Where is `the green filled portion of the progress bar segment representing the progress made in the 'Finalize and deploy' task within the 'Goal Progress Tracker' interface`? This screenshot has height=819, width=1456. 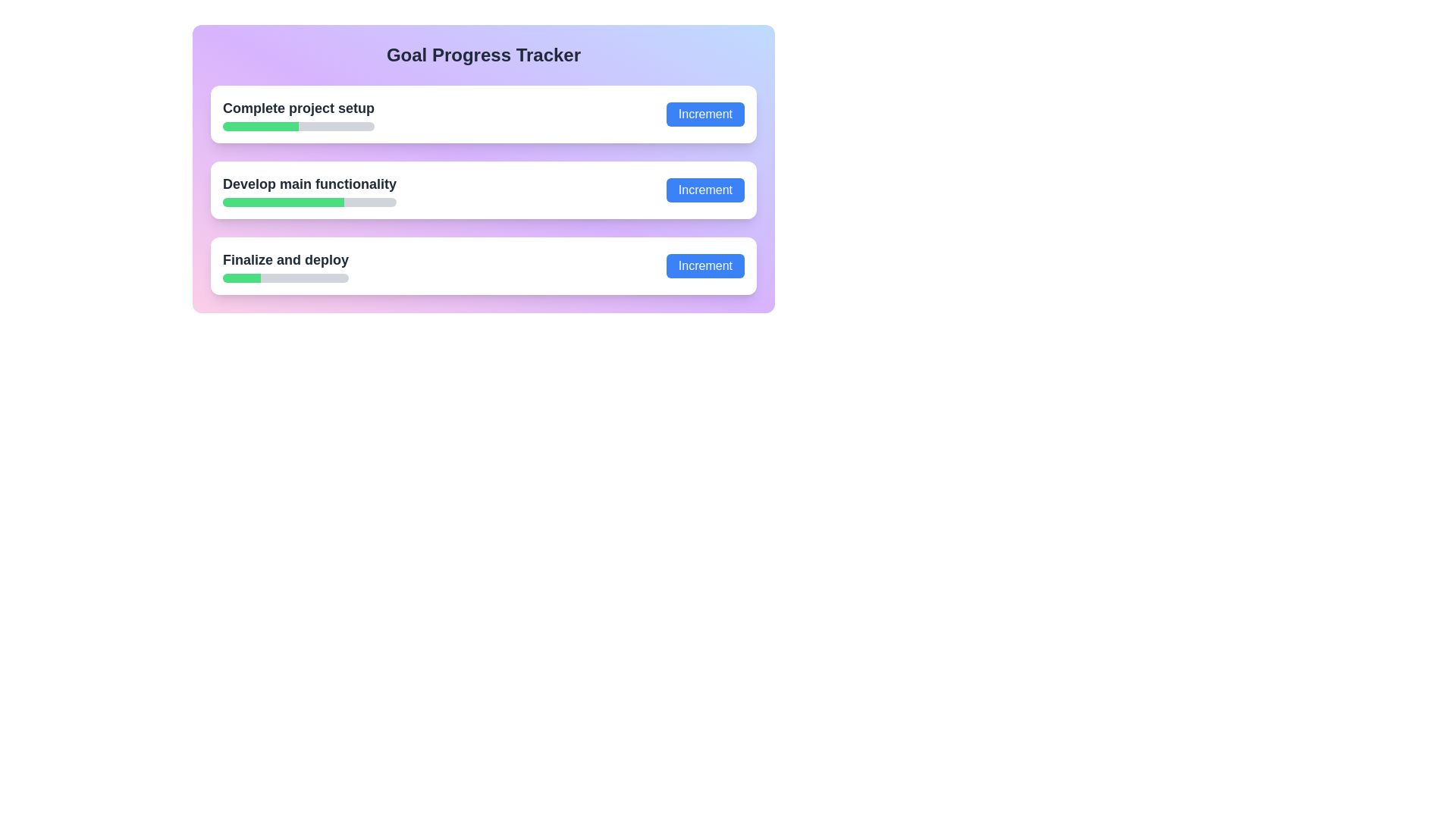 the green filled portion of the progress bar segment representing the progress made in the 'Finalize and deploy' task within the 'Goal Progress Tracker' interface is located at coordinates (240, 278).